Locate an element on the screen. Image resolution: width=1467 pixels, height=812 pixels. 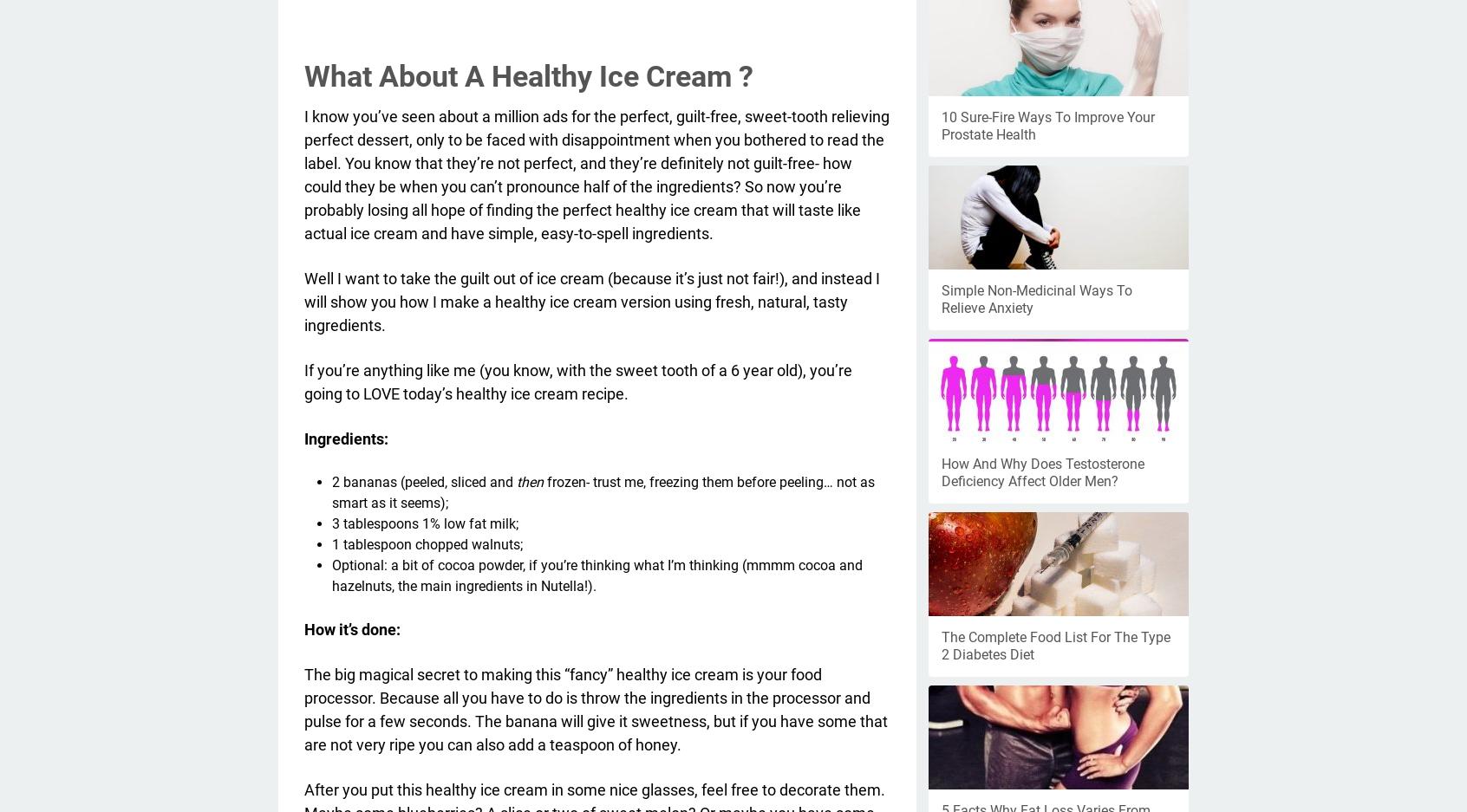
'If you’re anything like me (you know, with the sweet tooth of a 6 year old), you’re going to LOVE today’s healthy ice cream recipe.' is located at coordinates (577, 380).